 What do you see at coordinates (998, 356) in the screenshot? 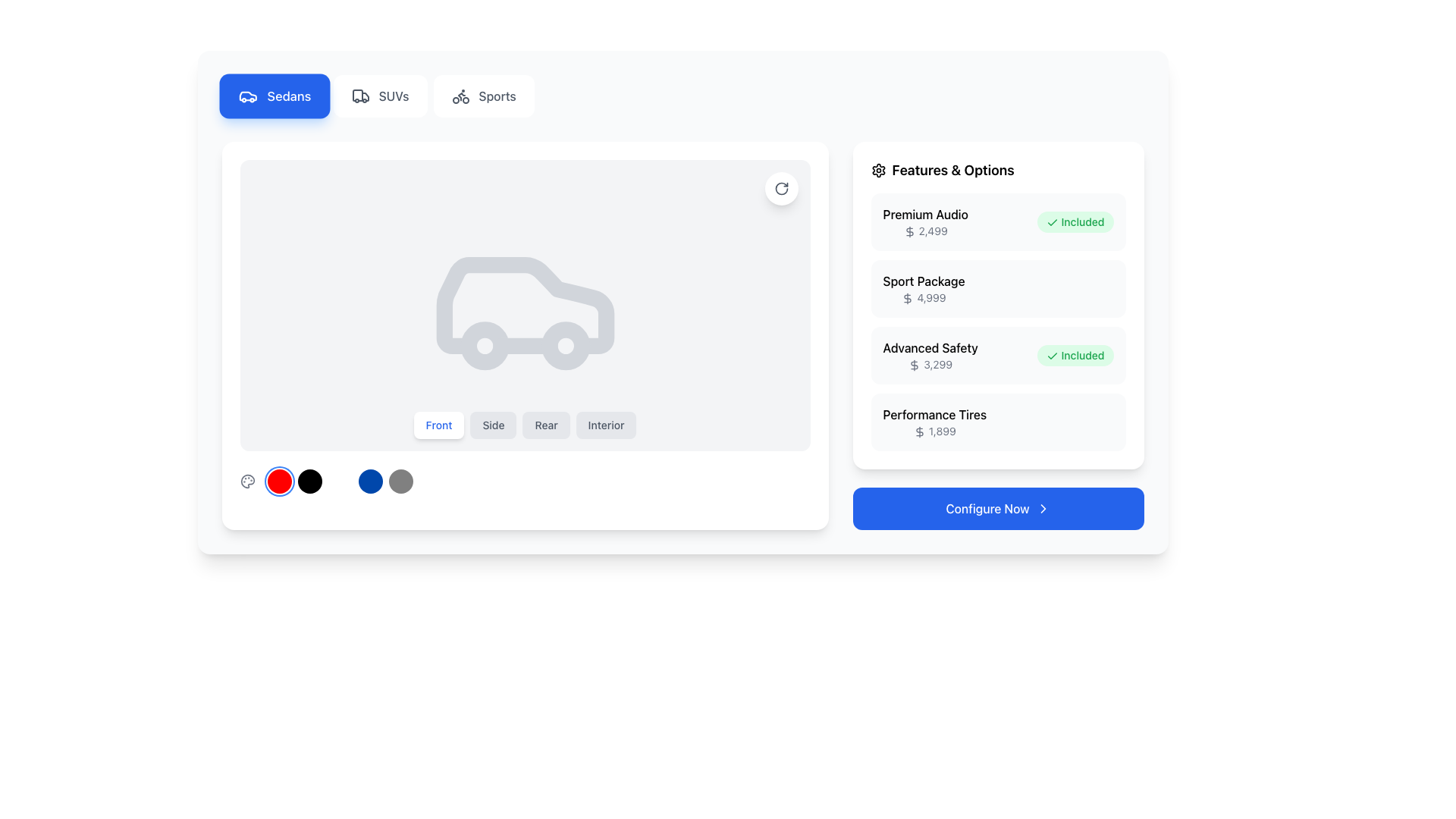
I see `the 'Advanced Safety' feature option card, which is the third option in the 'Features & Options' list on the right panel, located below 'Sport Package' and above 'Performance Tires'` at bounding box center [998, 356].